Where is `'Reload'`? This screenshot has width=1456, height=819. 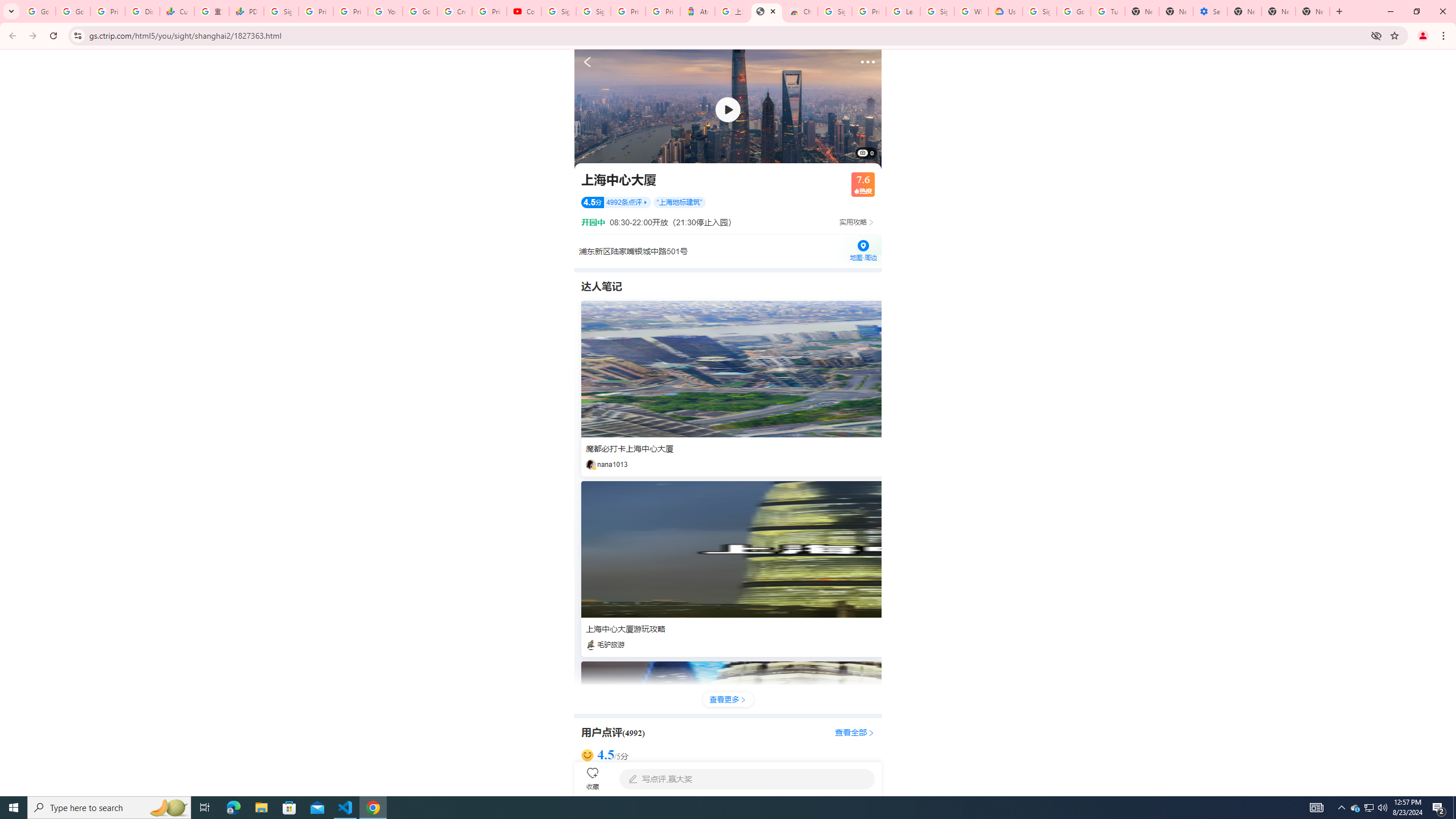 'Reload' is located at coordinates (53, 35).